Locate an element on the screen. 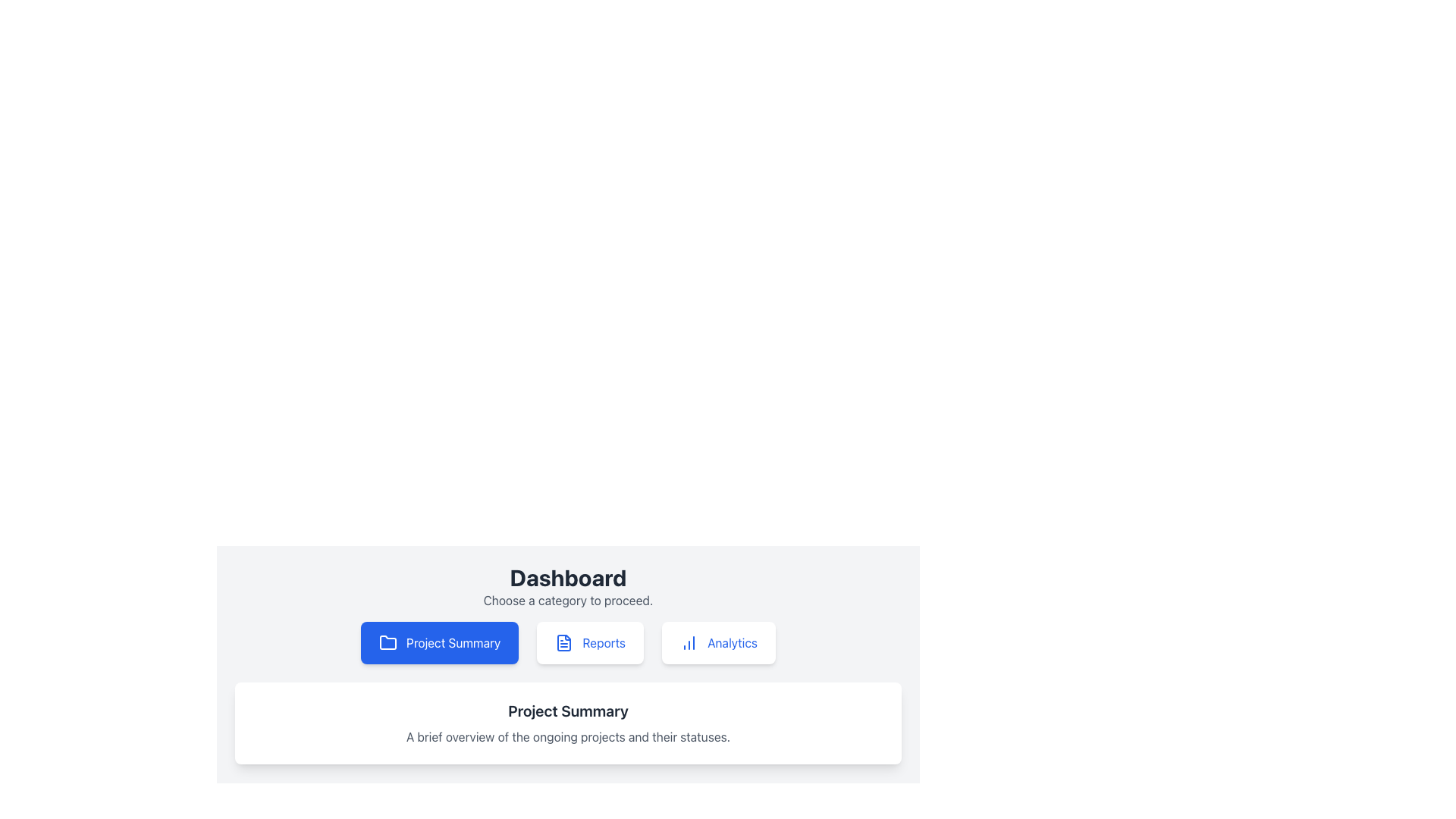 Image resolution: width=1456 pixels, height=819 pixels. text label displaying 'Reports' which is centrally positioned within a rounded white button, located between the 'Project Summary' and 'Analytics' buttons is located at coordinates (603, 643).